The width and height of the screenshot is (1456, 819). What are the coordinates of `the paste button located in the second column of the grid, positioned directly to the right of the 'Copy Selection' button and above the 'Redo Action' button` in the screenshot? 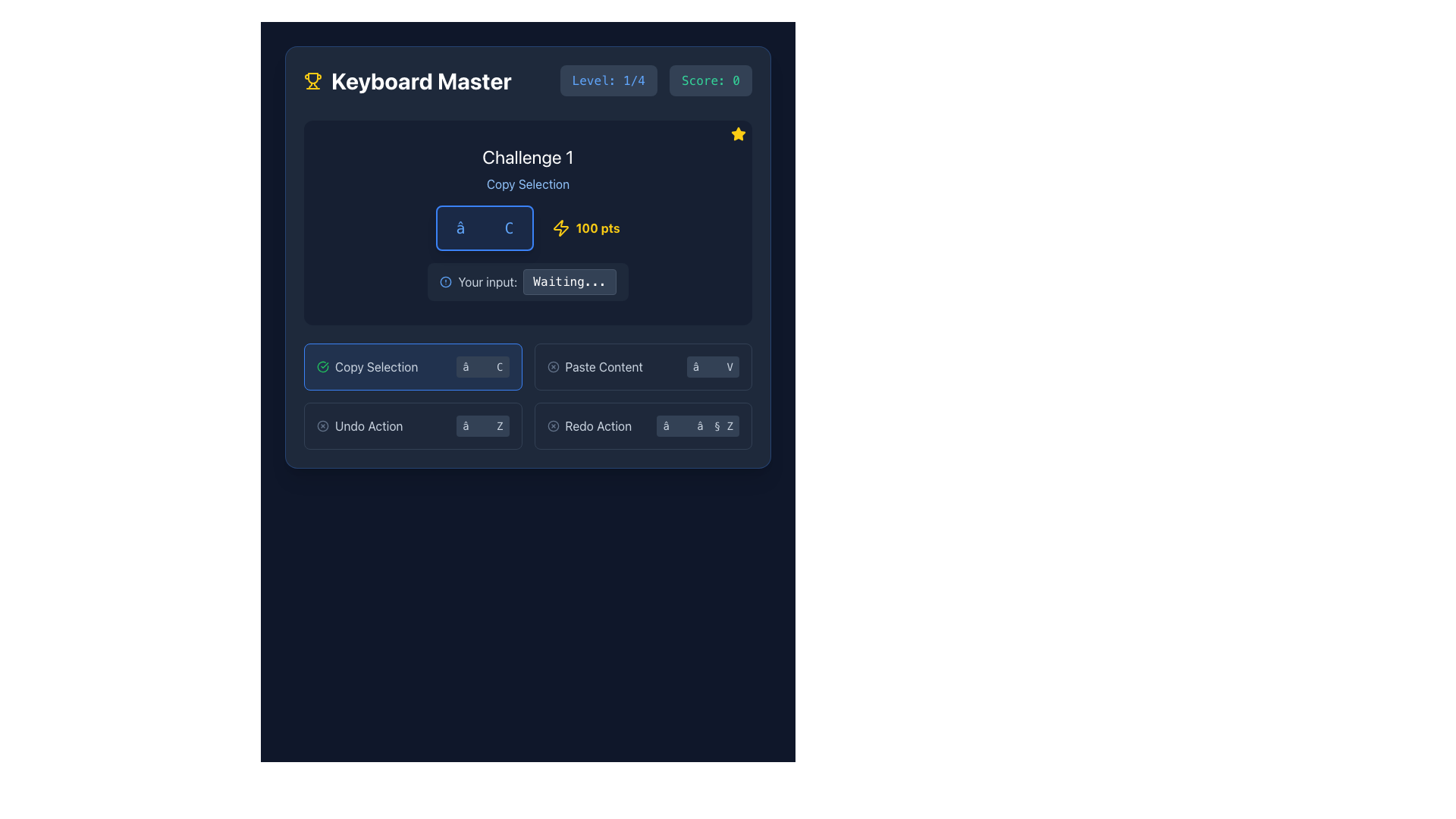 It's located at (643, 366).